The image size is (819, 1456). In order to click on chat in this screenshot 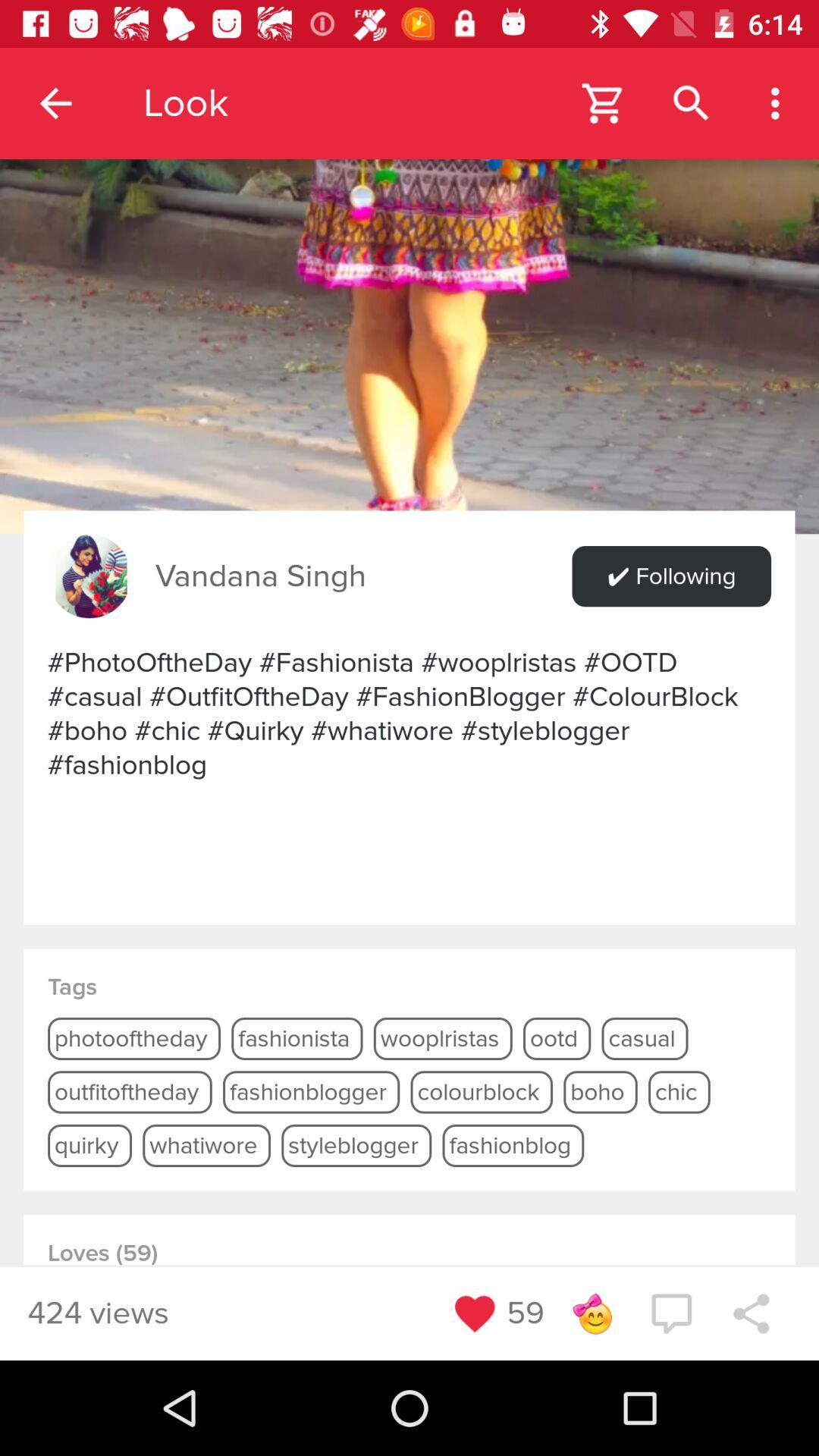, I will do `click(670, 1313)`.